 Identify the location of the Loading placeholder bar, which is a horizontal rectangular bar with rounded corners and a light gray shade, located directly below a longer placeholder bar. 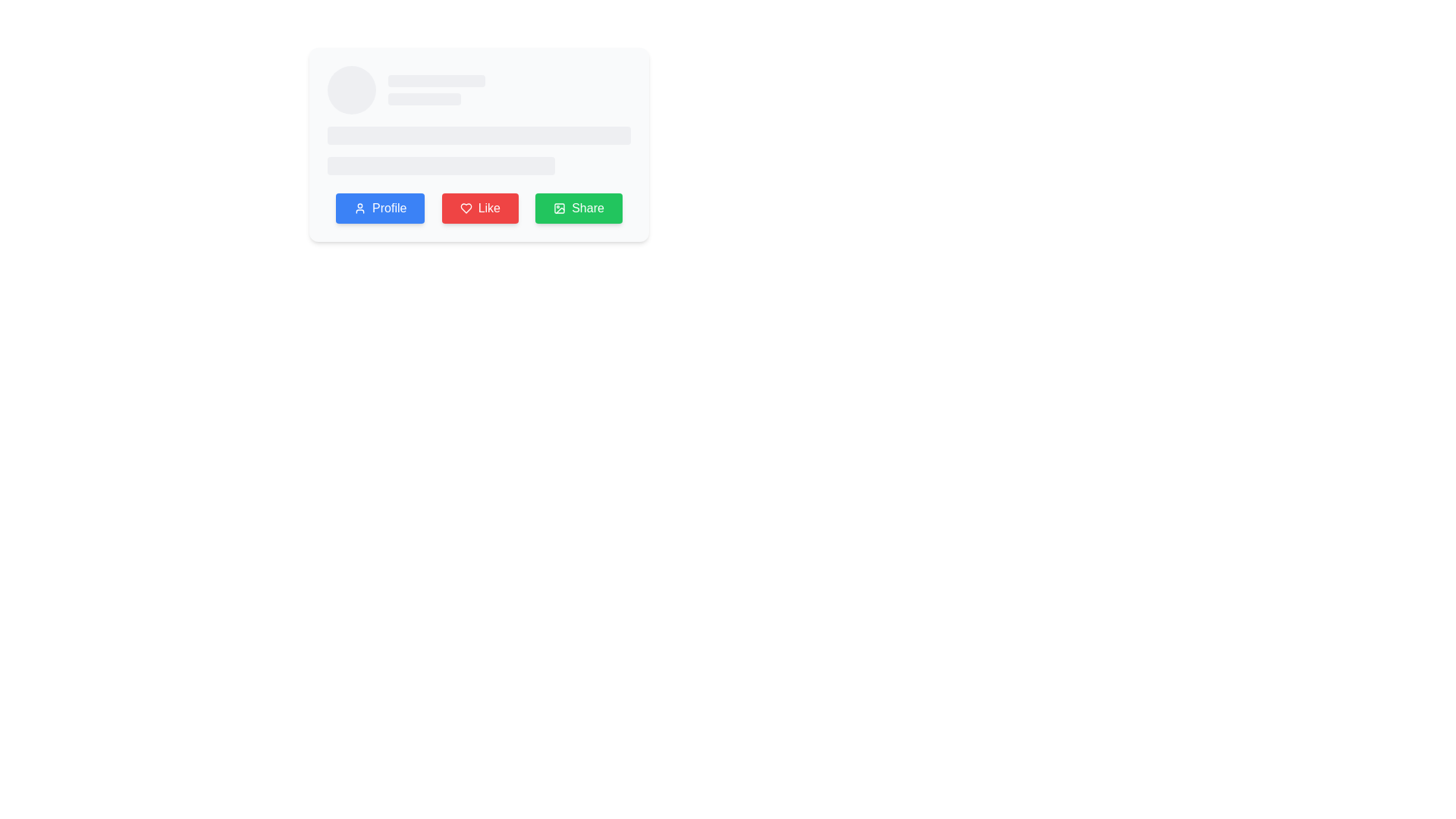
(425, 99).